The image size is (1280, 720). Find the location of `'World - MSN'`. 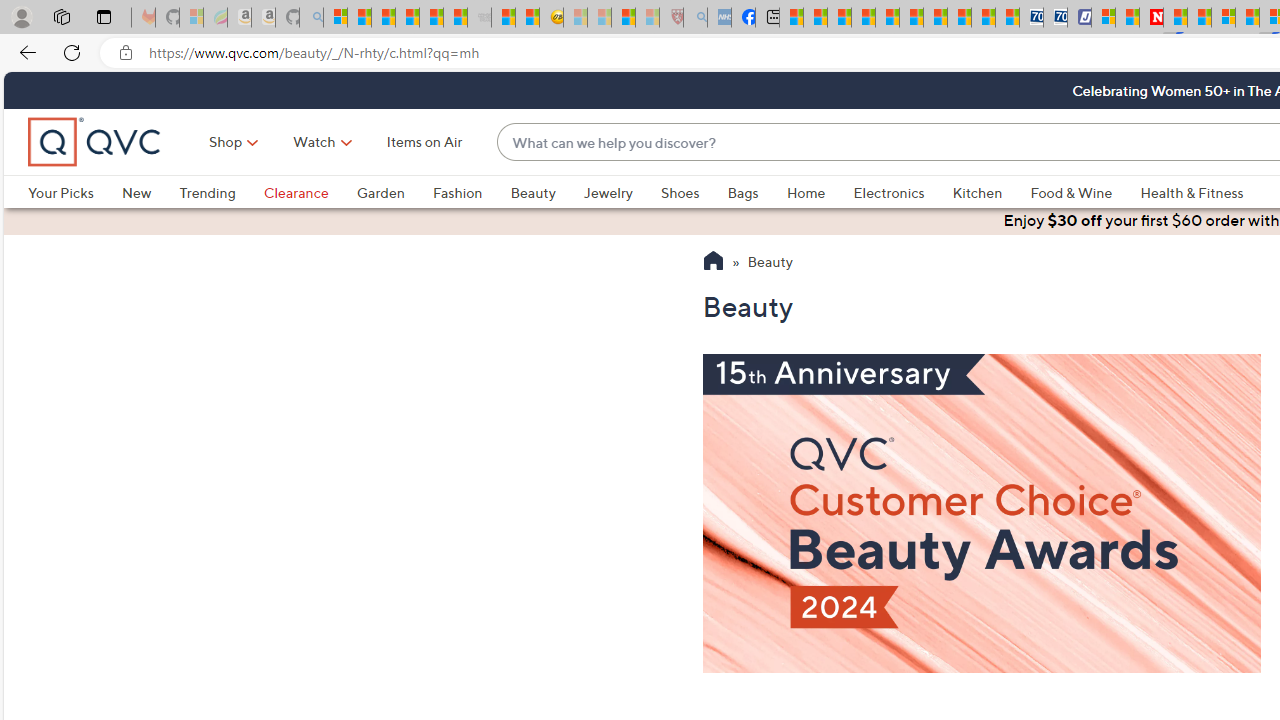

'World - MSN' is located at coordinates (839, 17).